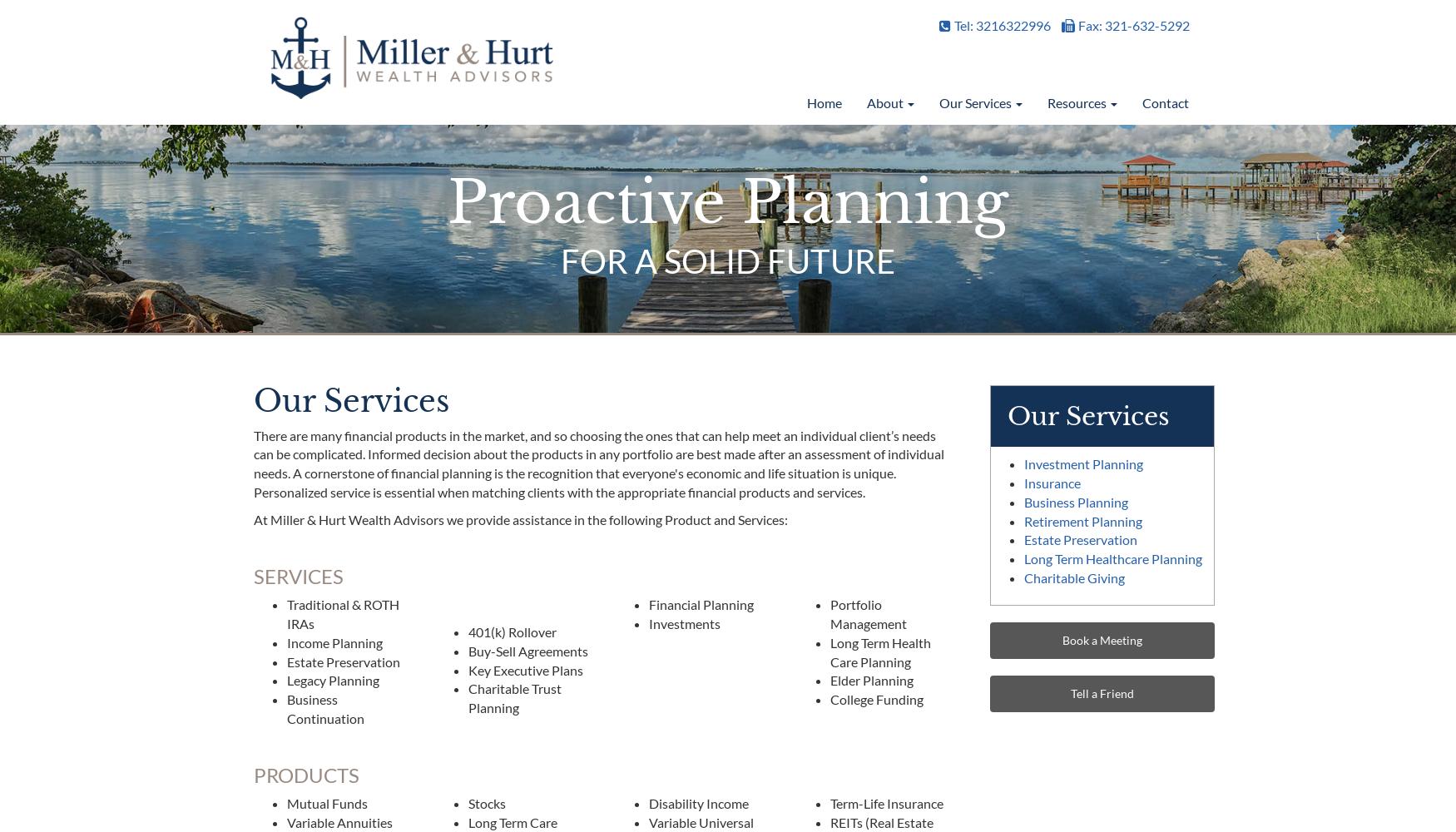 This screenshot has height=832, width=1456. Describe the element at coordinates (339, 821) in the screenshot. I see `'Variable Annuities'` at that location.